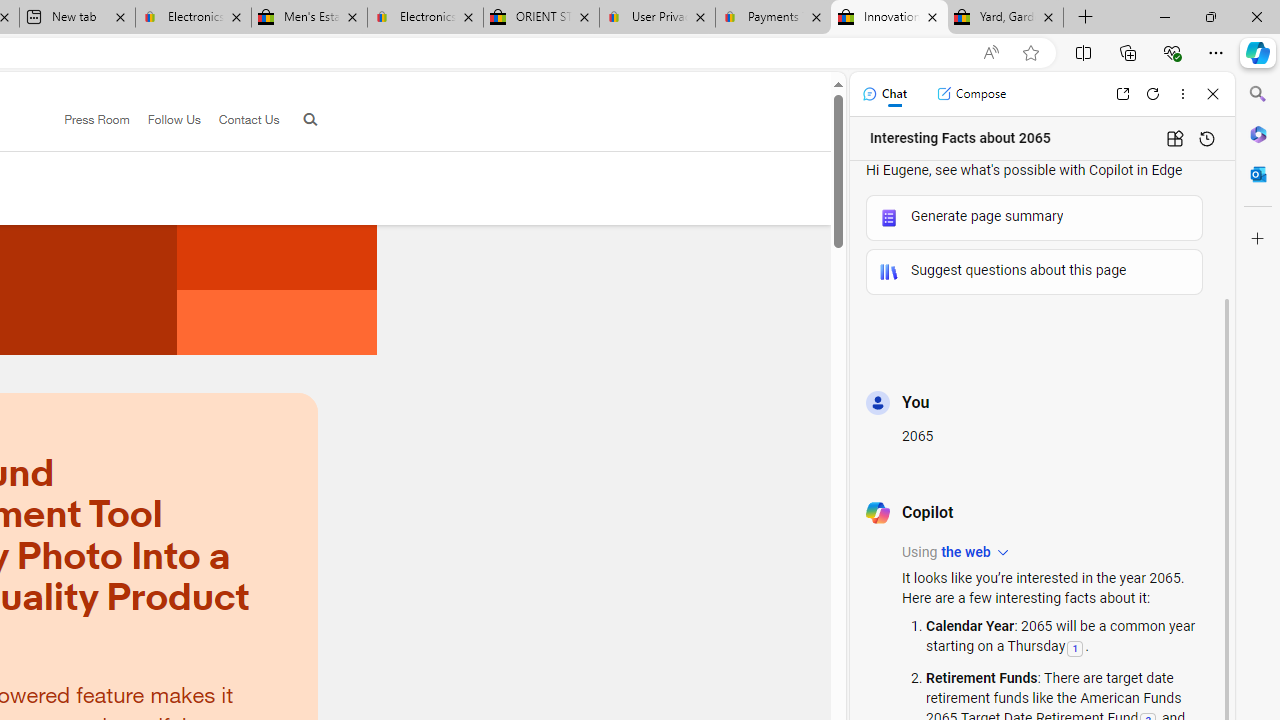 Image resolution: width=1280 pixels, height=720 pixels. I want to click on 'Contact Us', so click(240, 120).